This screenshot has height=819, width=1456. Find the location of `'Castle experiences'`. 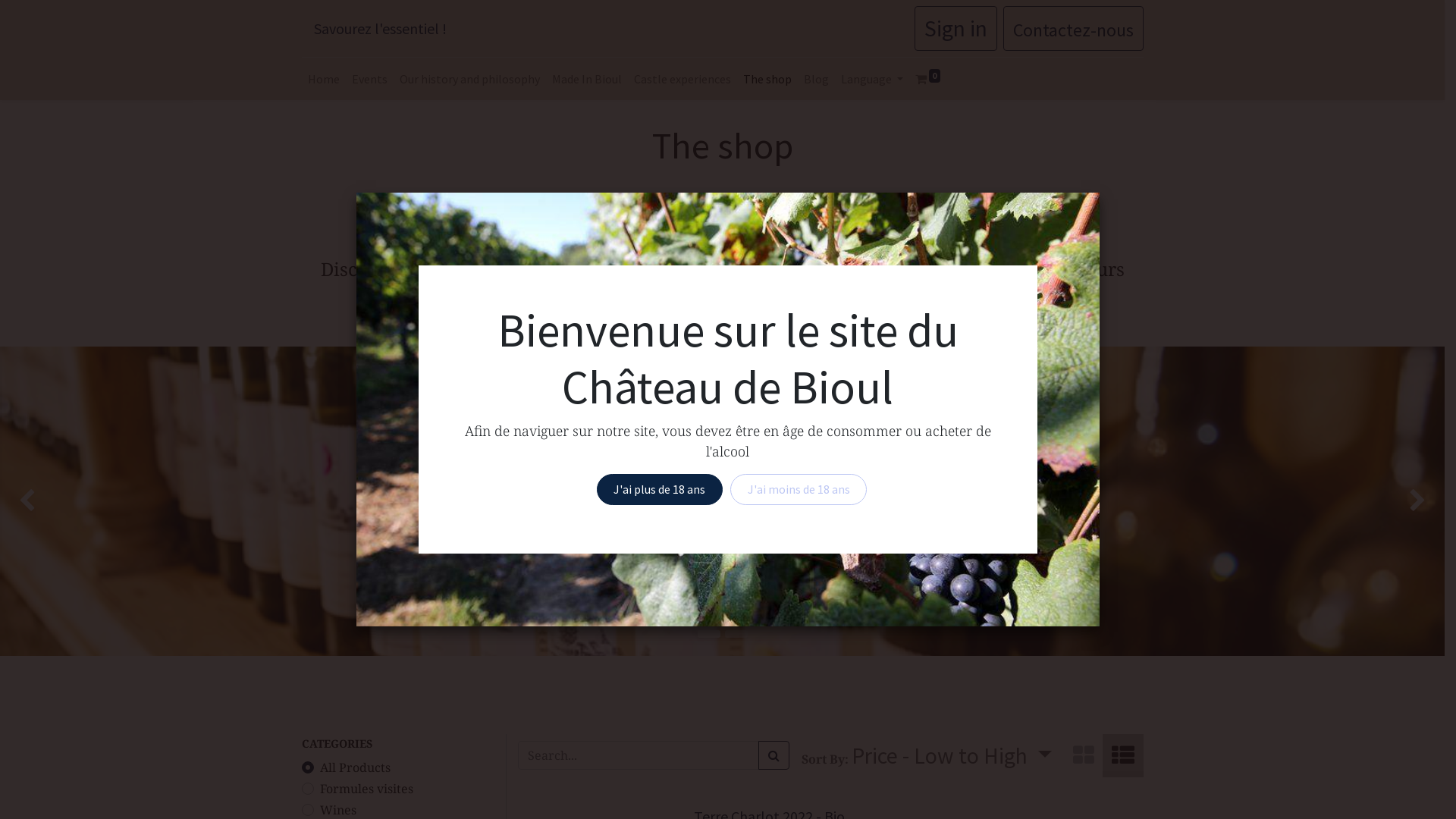

'Castle experiences' is located at coordinates (628, 79).